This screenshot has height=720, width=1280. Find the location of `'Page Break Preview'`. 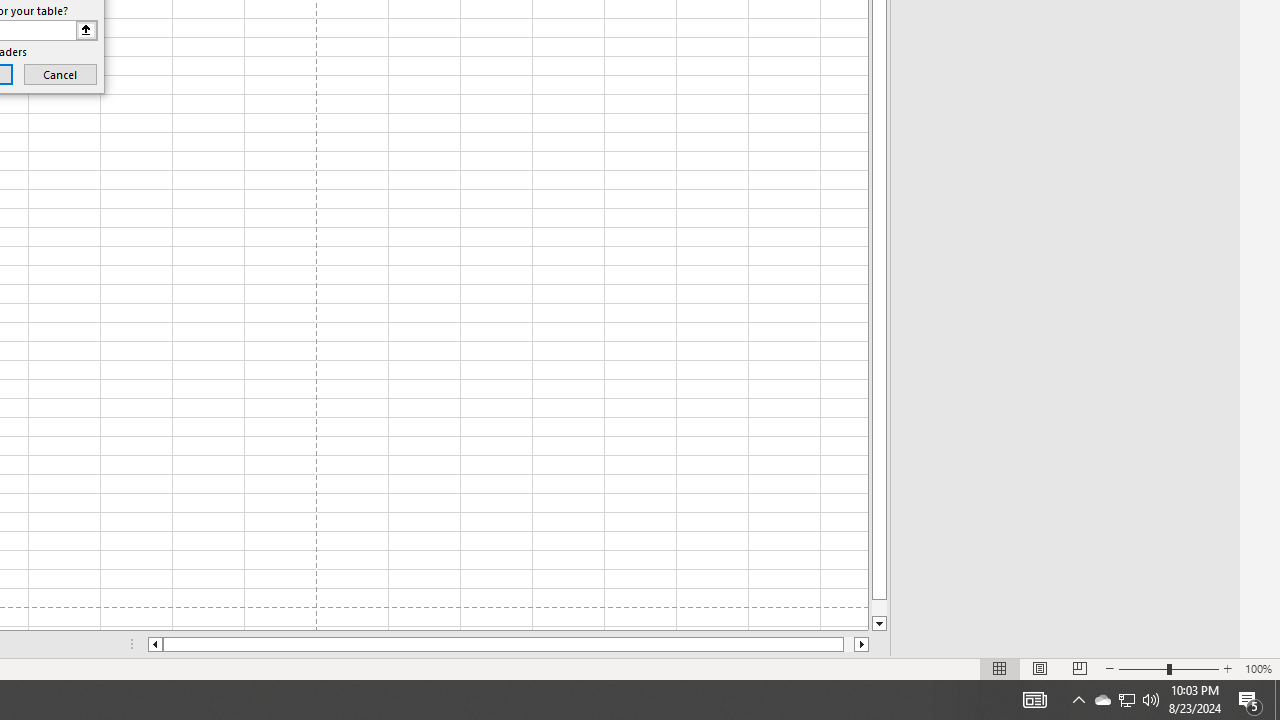

'Page Break Preview' is located at coordinates (1078, 669).